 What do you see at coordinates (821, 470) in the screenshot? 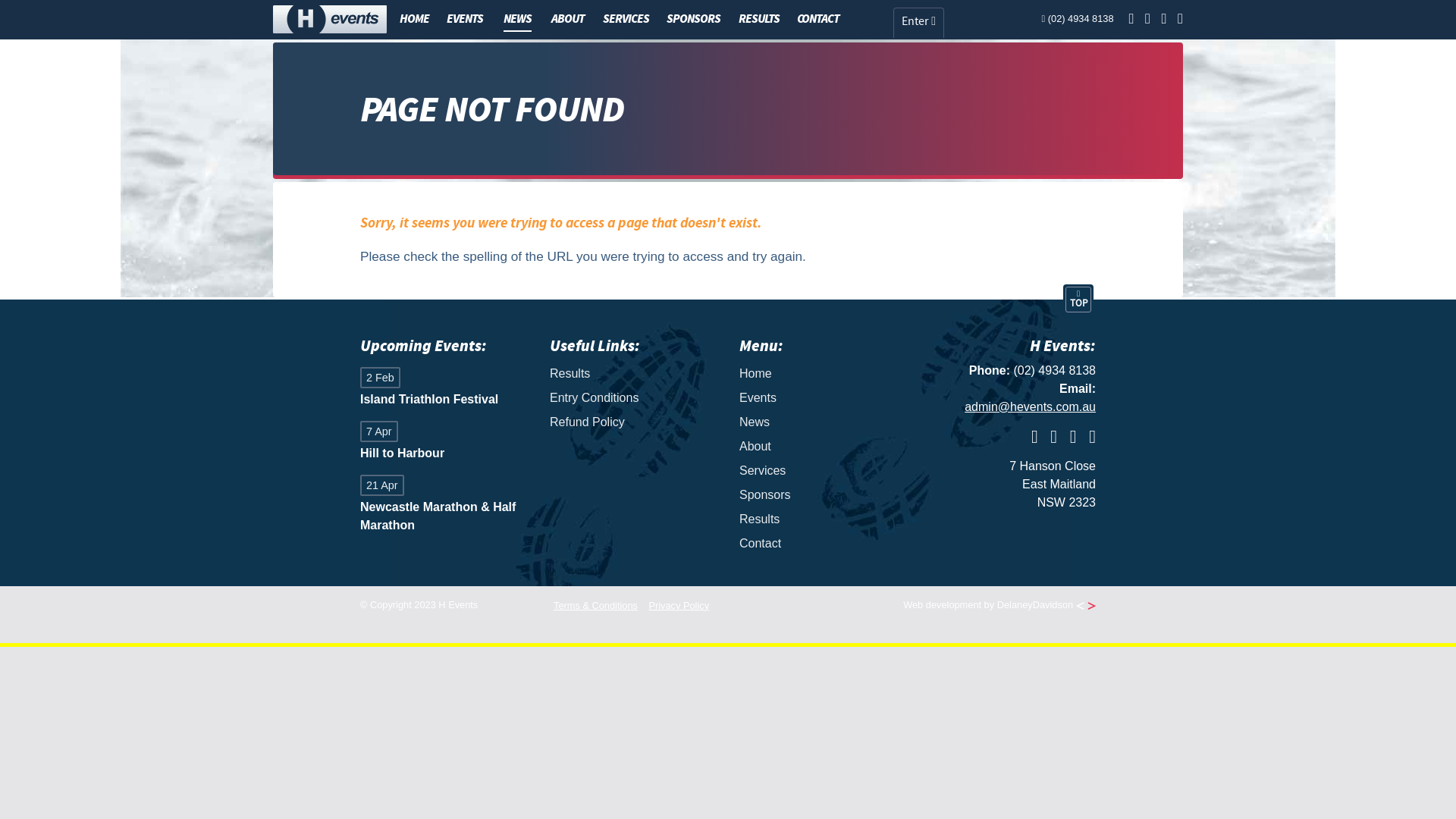
I see `'Services'` at bounding box center [821, 470].